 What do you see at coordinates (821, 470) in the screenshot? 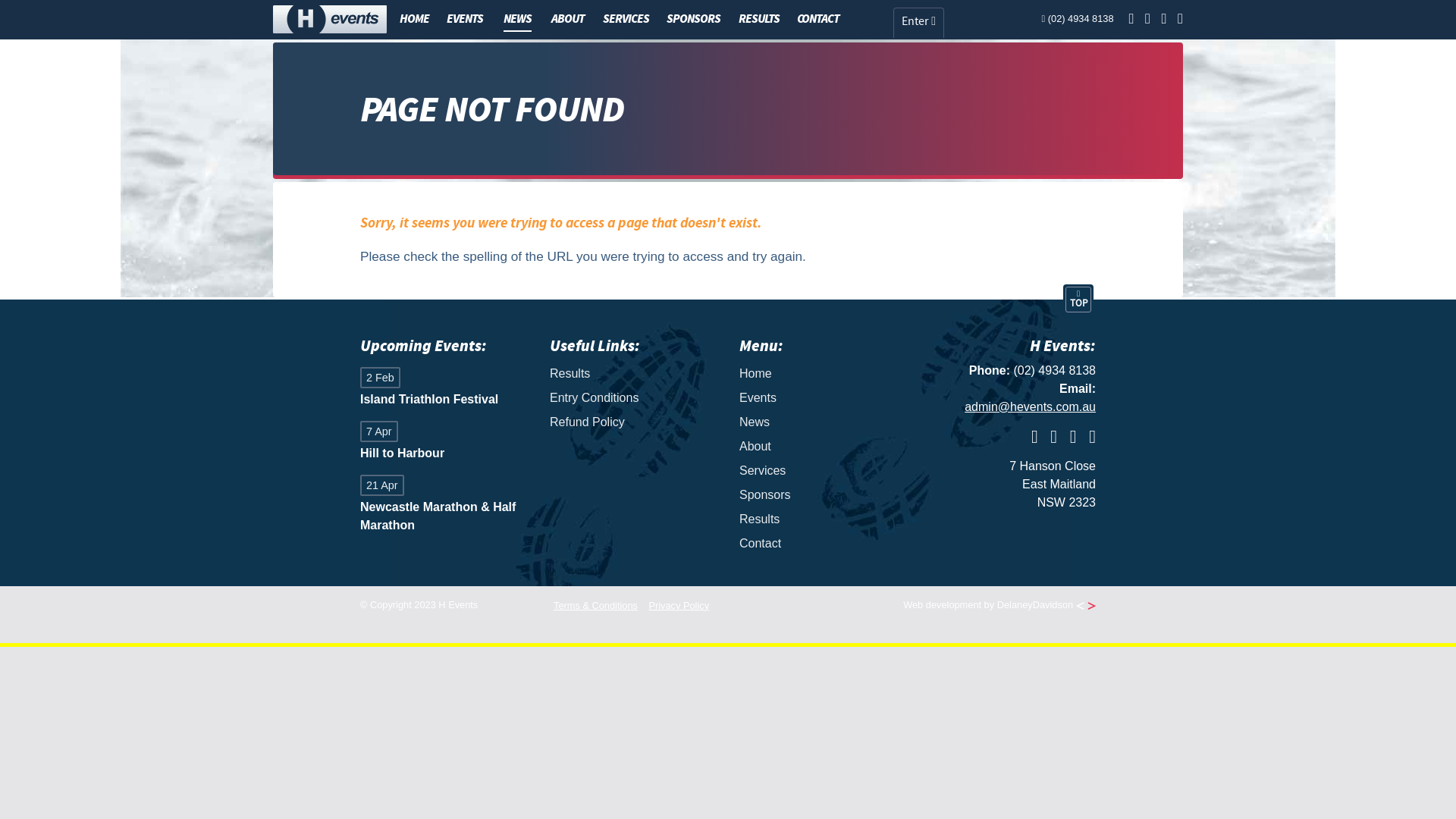
I see `'Services'` at bounding box center [821, 470].